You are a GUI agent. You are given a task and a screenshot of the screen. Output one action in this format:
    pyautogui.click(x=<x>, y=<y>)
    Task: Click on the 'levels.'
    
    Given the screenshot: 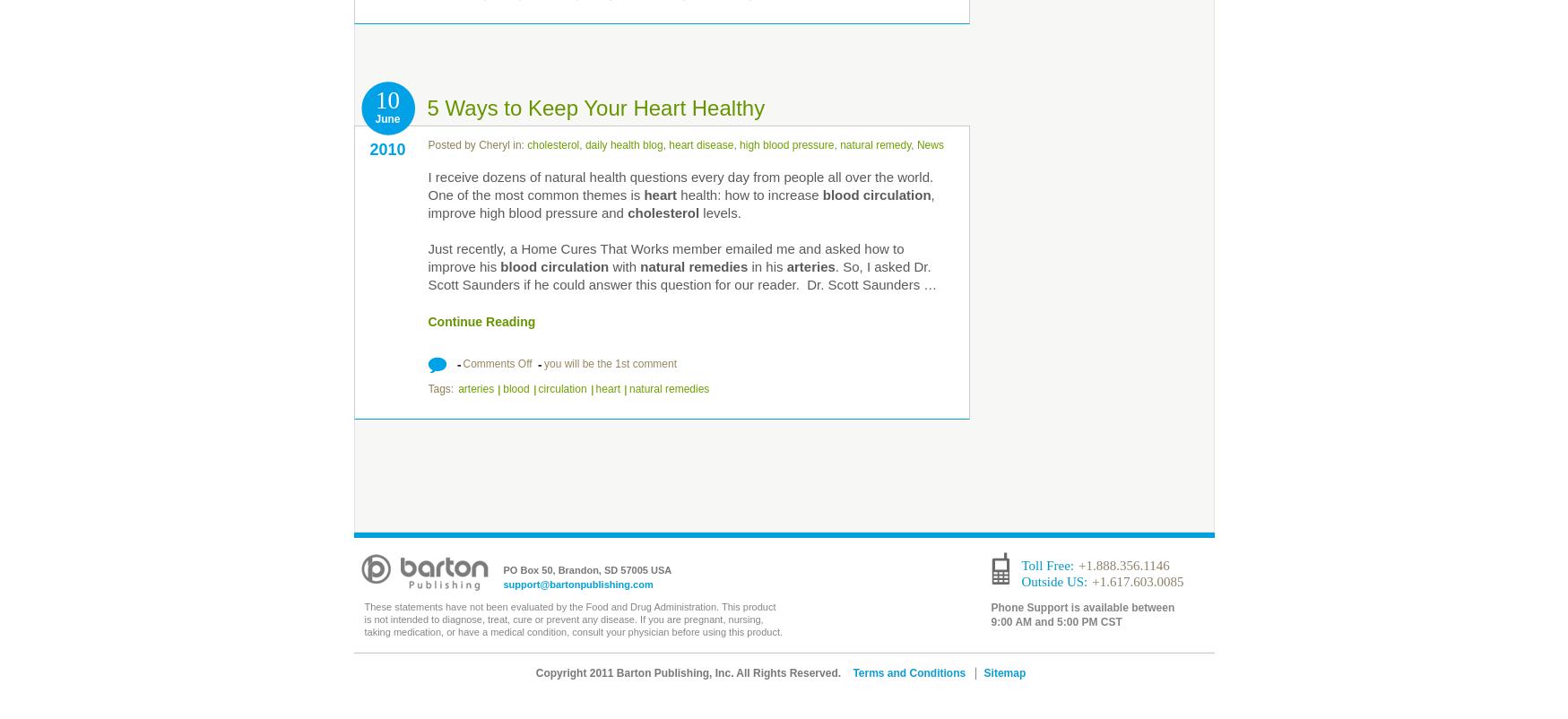 What is the action you would take?
    pyautogui.click(x=719, y=212)
    